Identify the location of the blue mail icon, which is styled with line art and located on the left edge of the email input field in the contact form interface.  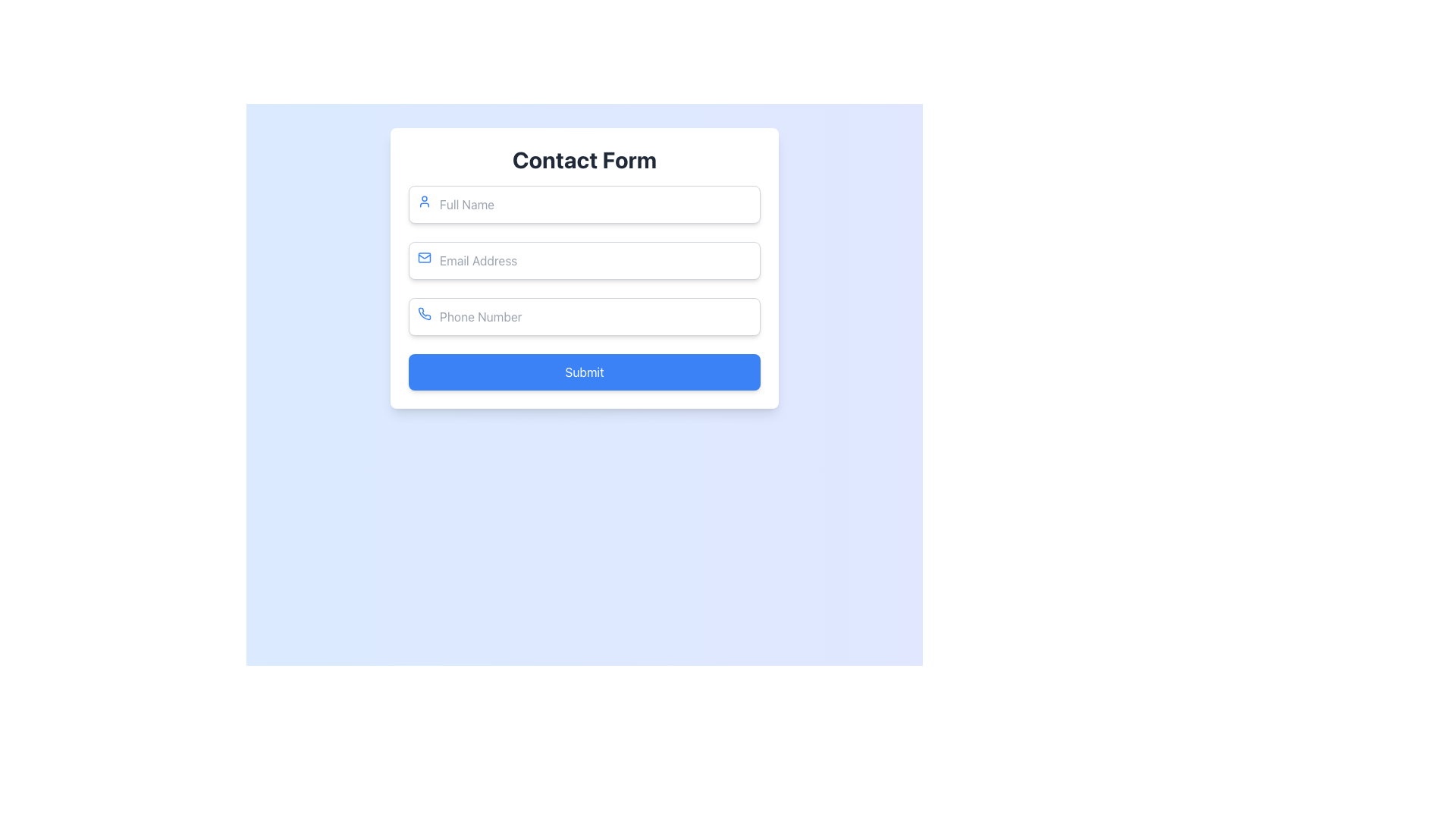
(425, 256).